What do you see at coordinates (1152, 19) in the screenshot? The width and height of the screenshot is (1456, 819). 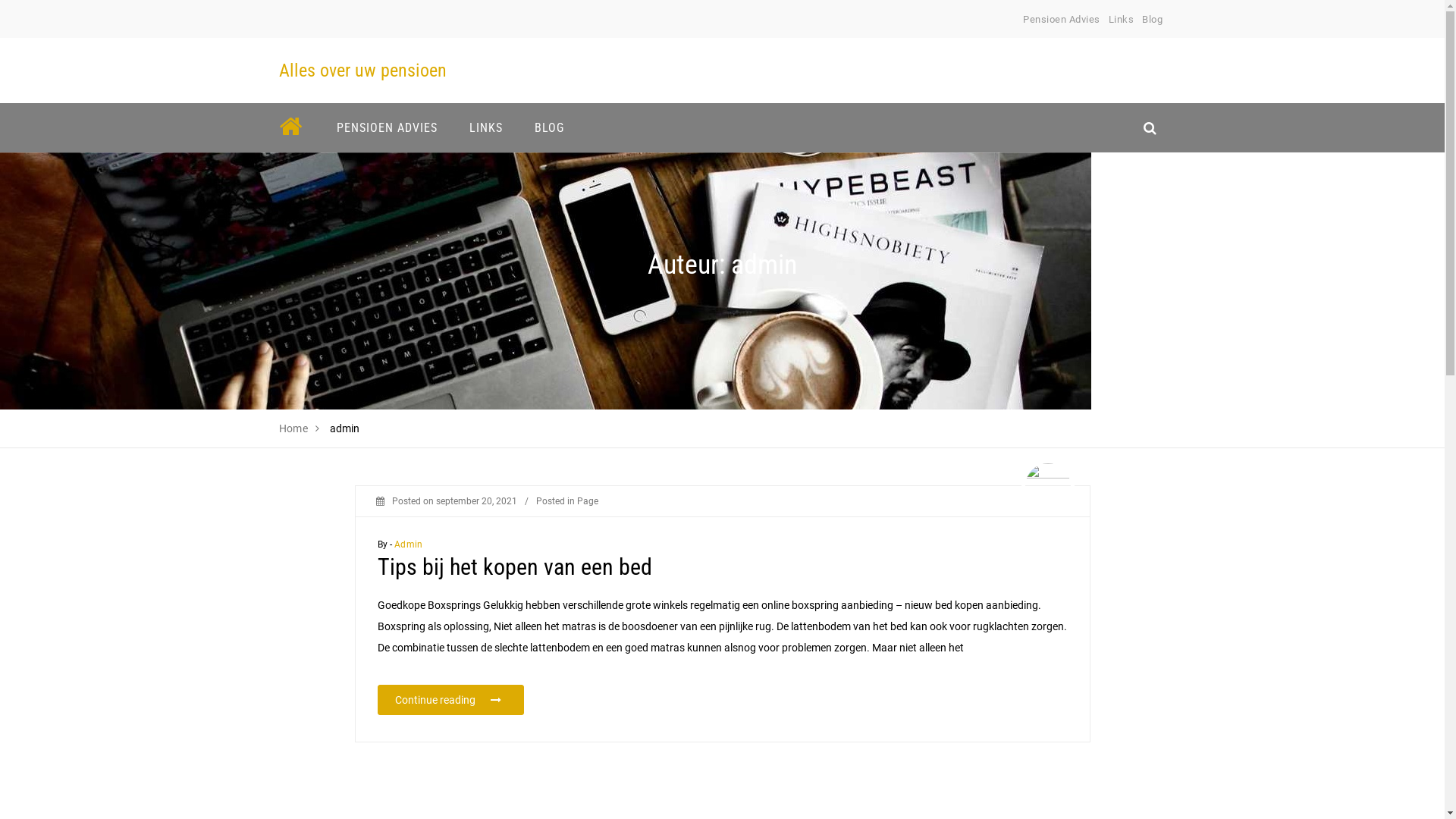 I see `'Blog'` at bounding box center [1152, 19].